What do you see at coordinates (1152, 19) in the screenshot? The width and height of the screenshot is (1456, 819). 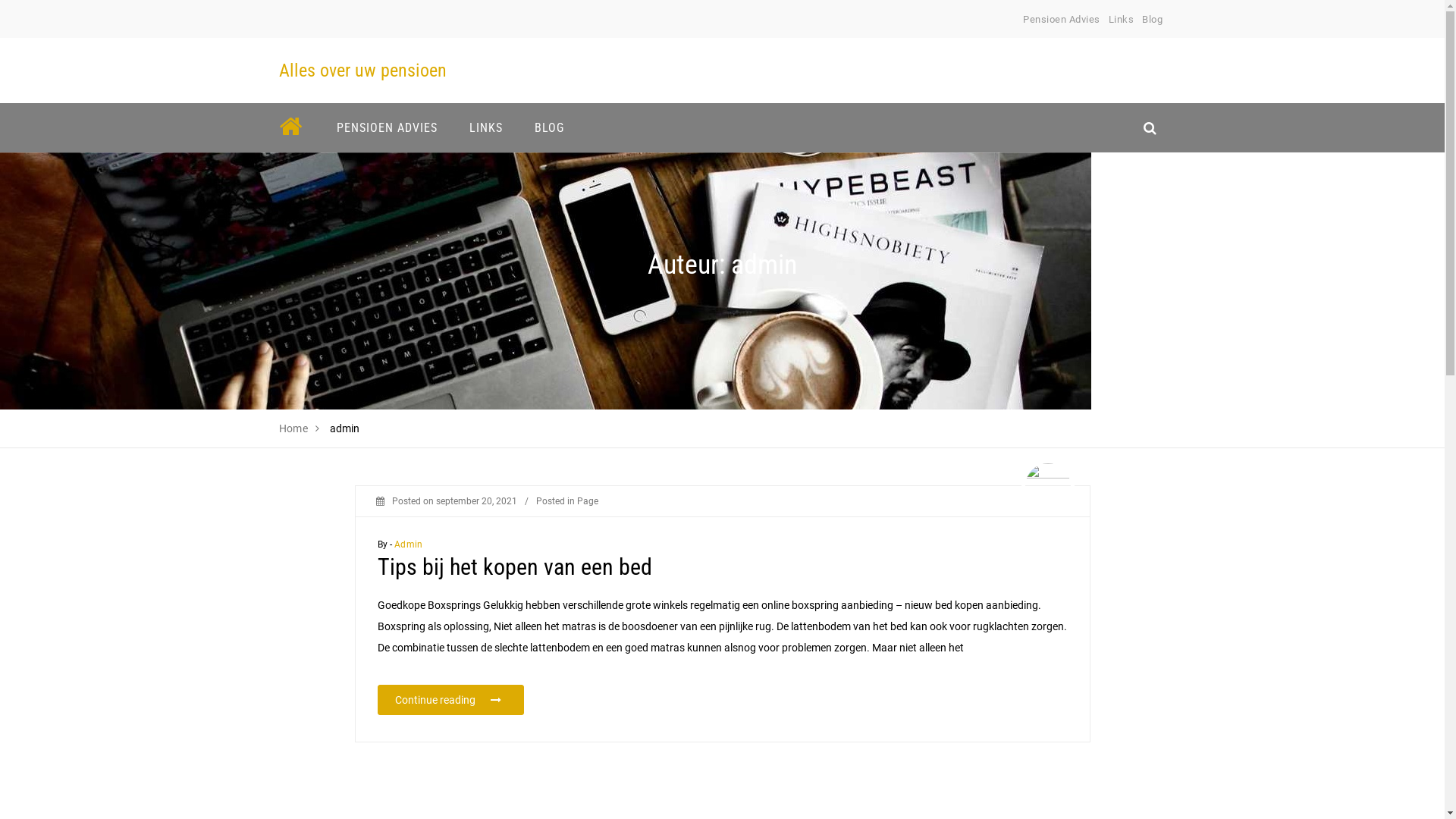 I see `'Blog'` at bounding box center [1152, 19].